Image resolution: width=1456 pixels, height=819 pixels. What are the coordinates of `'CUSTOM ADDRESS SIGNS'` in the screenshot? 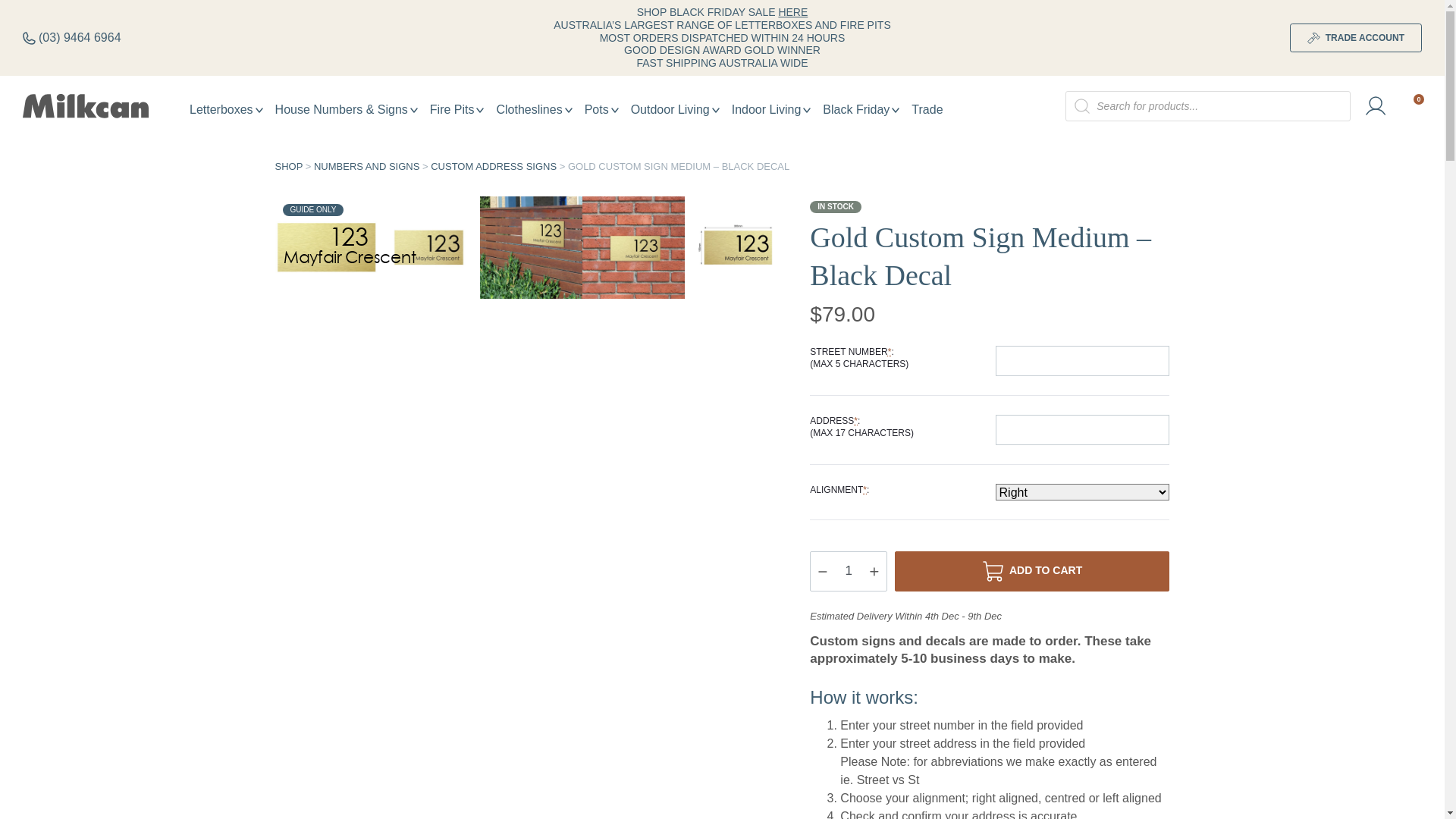 It's located at (494, 166).